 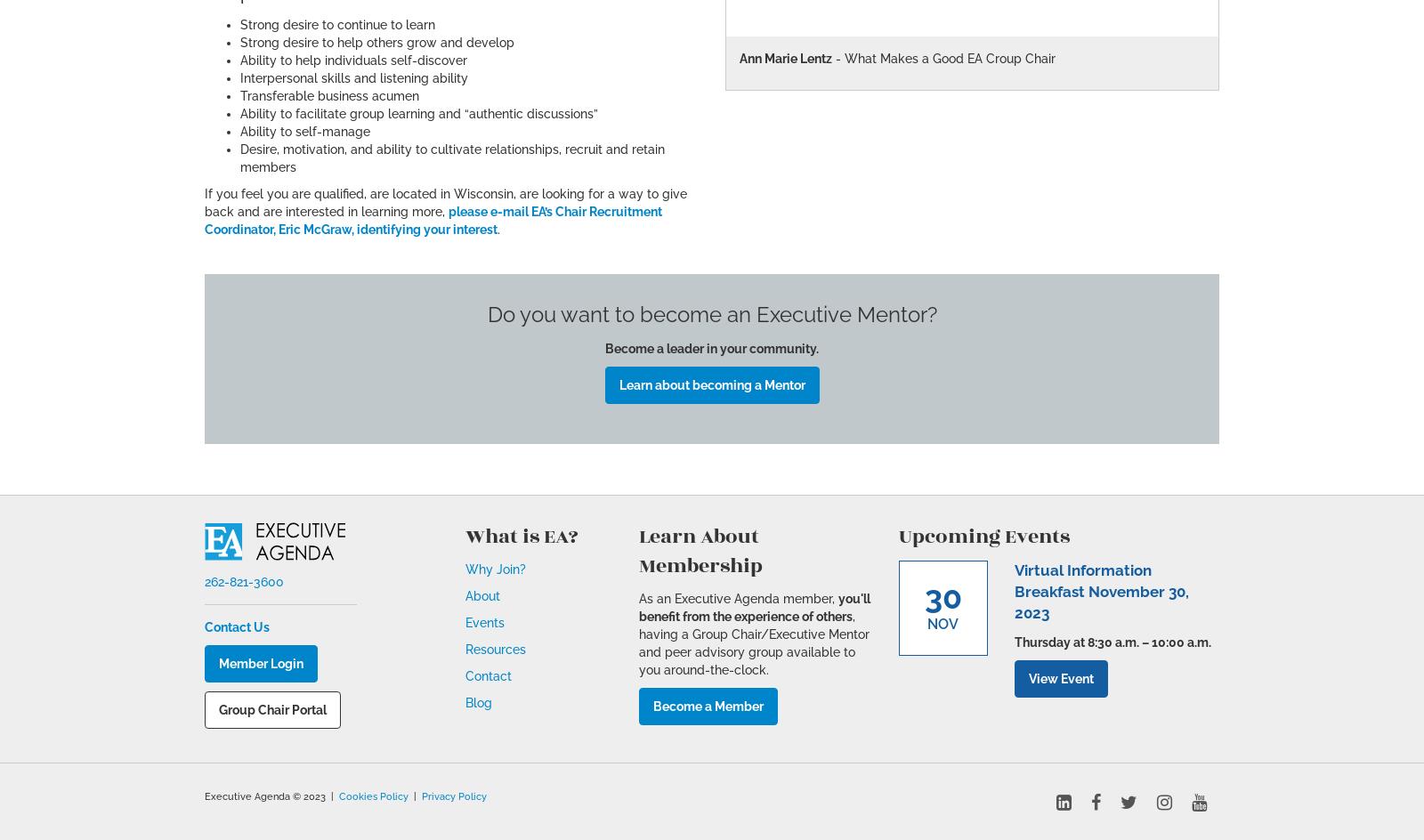 What do you see at coordinates (373, 794) in the screenshot?
I see `'Cookies Policy'` at bounding box center [373, 794].